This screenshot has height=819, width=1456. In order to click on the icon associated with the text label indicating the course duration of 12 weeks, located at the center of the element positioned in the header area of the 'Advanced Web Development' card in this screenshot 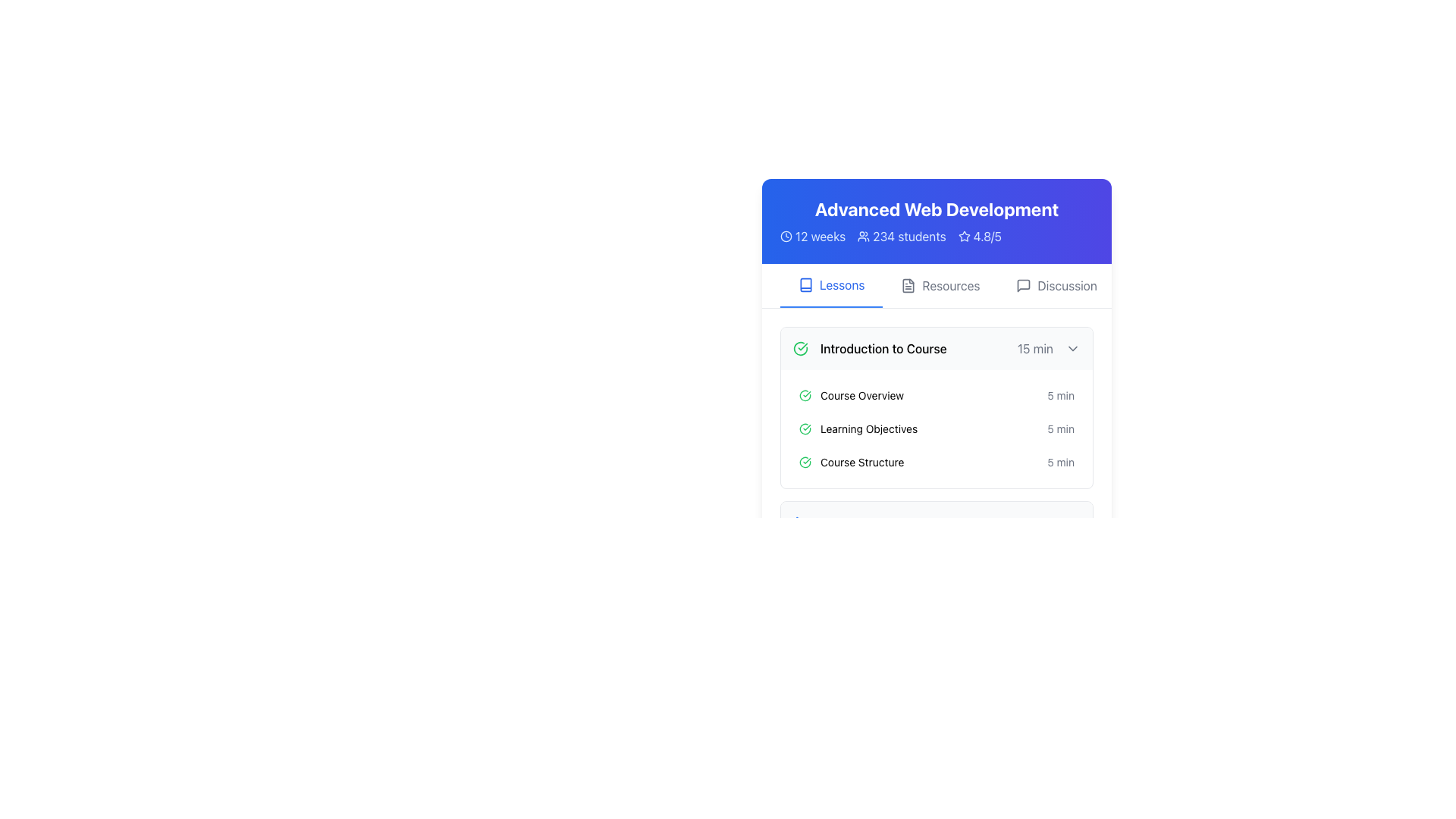, I will do `click(812, 237)`.